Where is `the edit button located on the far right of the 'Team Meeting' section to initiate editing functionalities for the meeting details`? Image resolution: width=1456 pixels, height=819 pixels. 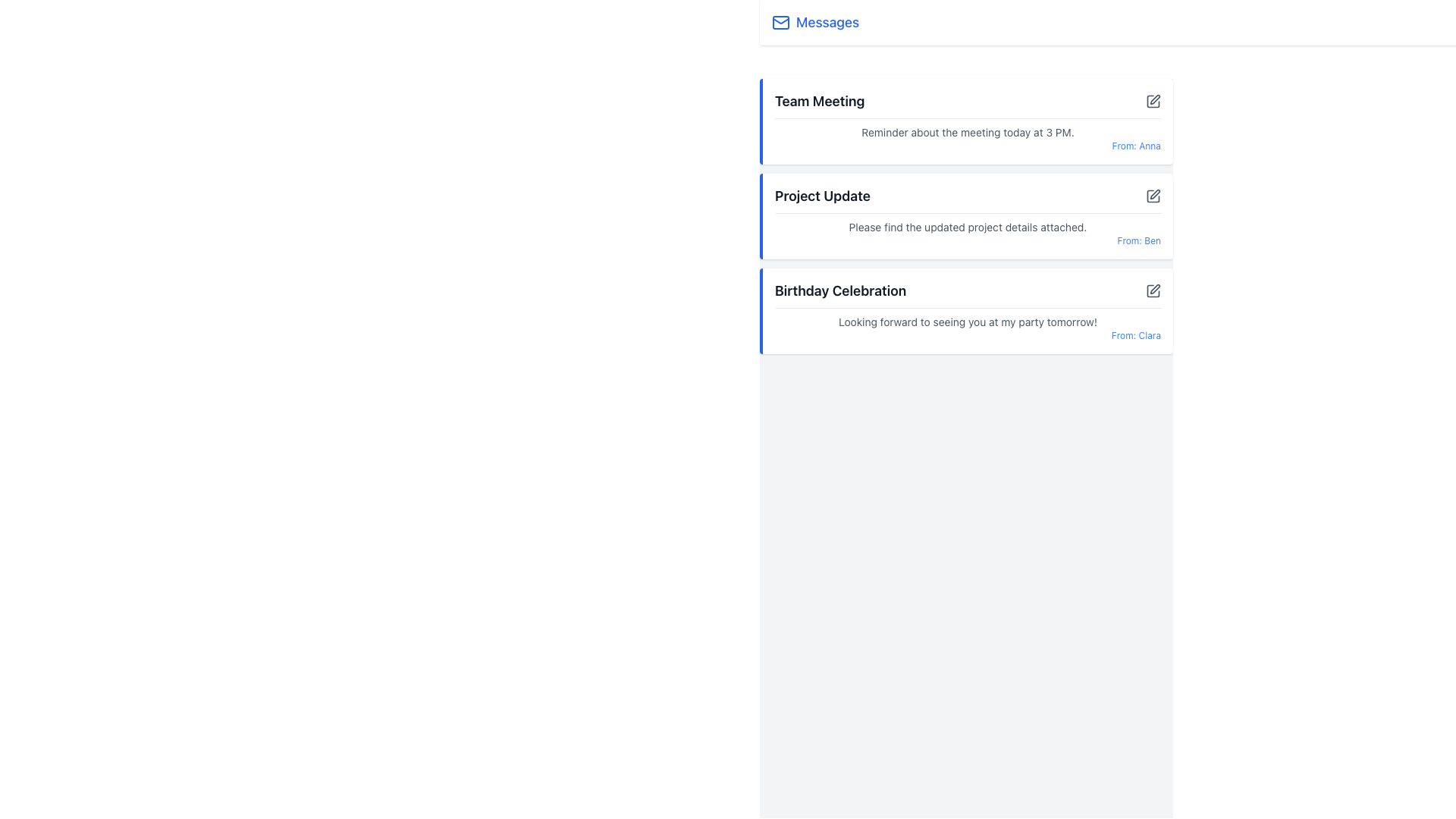
the edit button located on the far right of the 'Team Meeting' section to initiate editing functionalities for the meeting details is located at coordinates (1153, 102).